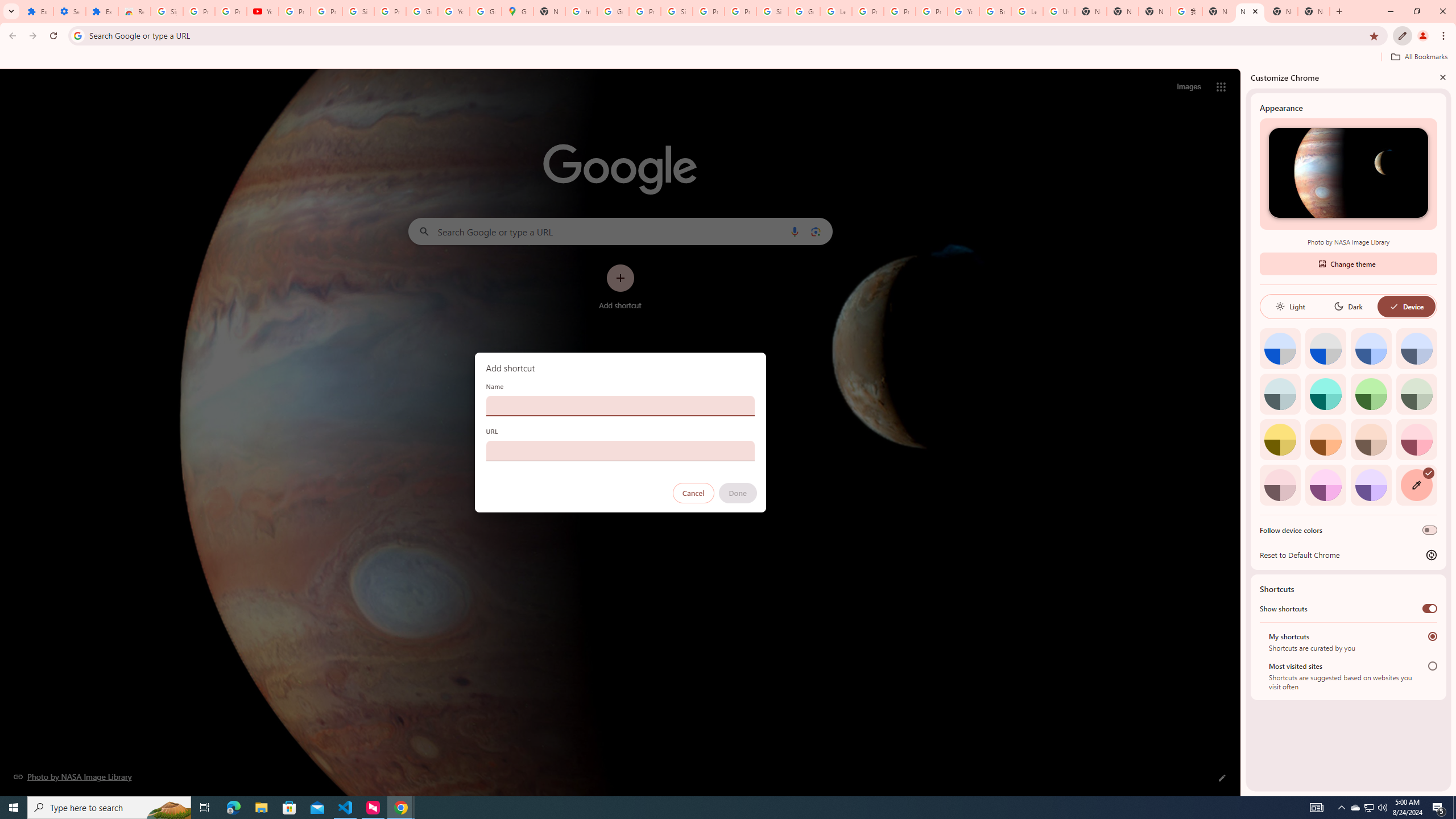 The image size is (1456, 819). Describe the element at coordinates (1405, 305) in the screenshot. I see `'Device'` at that location.